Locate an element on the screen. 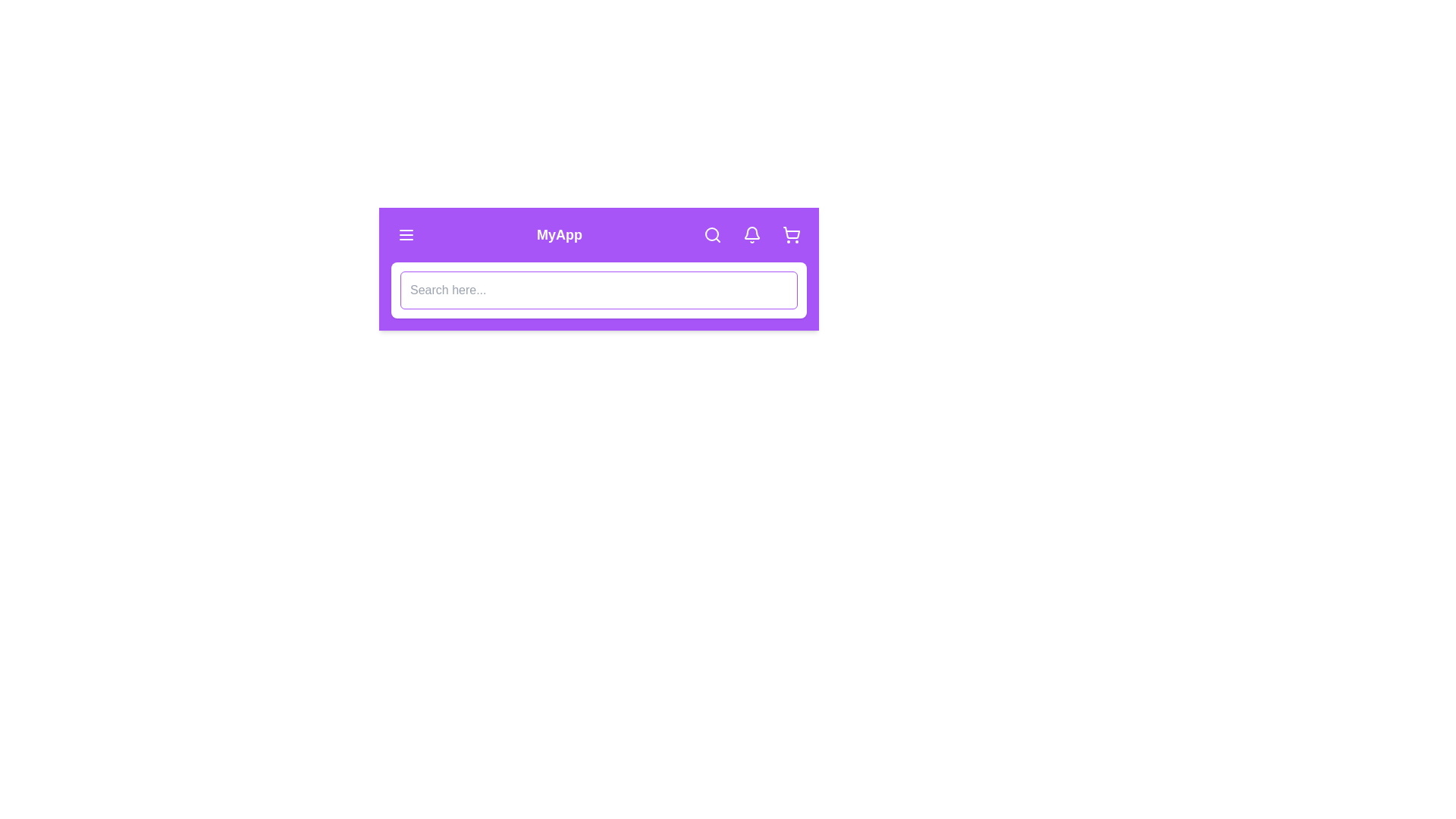 This screenshot has width=1456, height=819. shopping cart icon in the app bar is located at coordinates (790, 234).